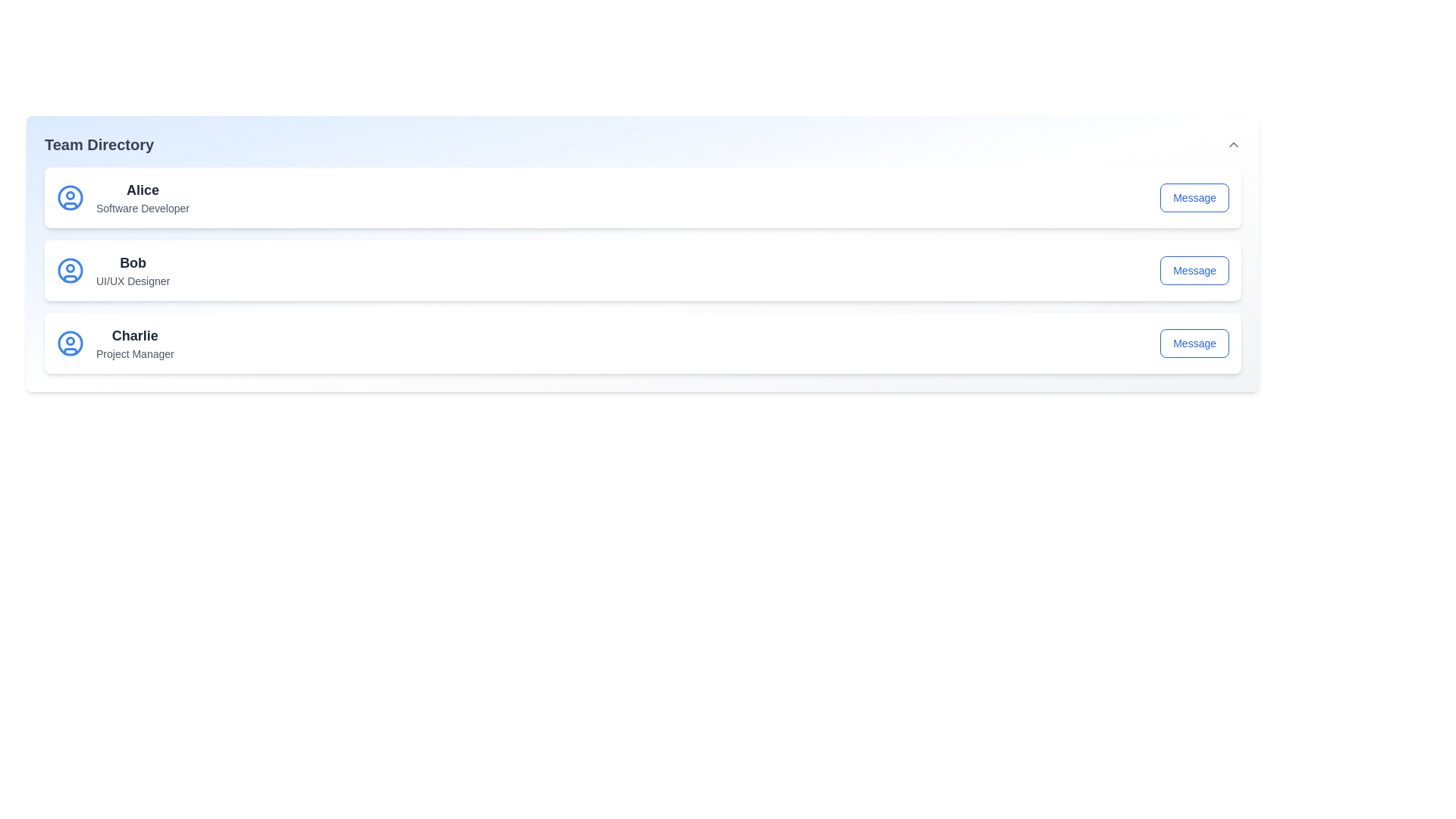 Image resolution: width=1456 pixels, height=819 pixels. What do you see at coordinates (135, 353) in the screenshot?
I see `the text label displaying 'Project Manager' in small, gray text located beneath 'Charlie' in the team directory interface` at bounding box center [135, 353].